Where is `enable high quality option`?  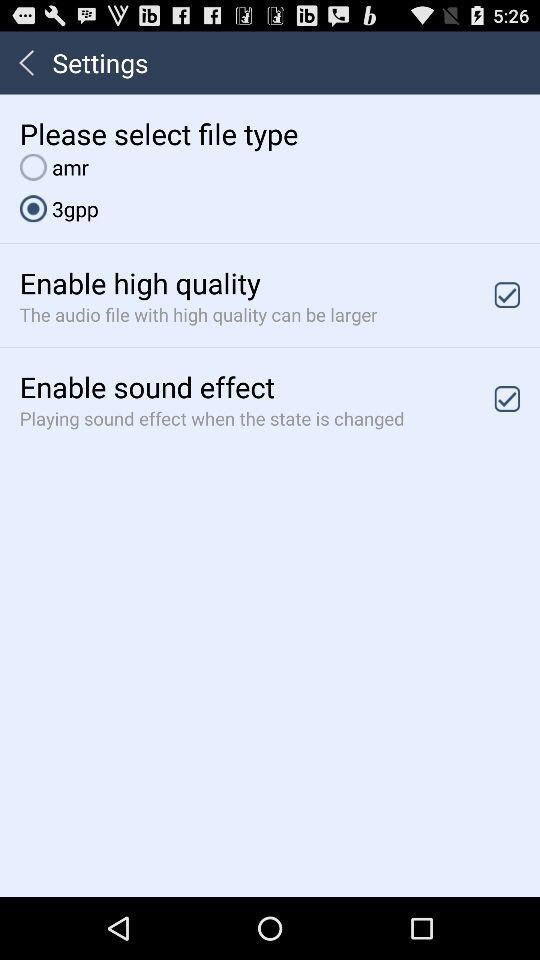 enable high quality option is located at coordinates (507, 294).